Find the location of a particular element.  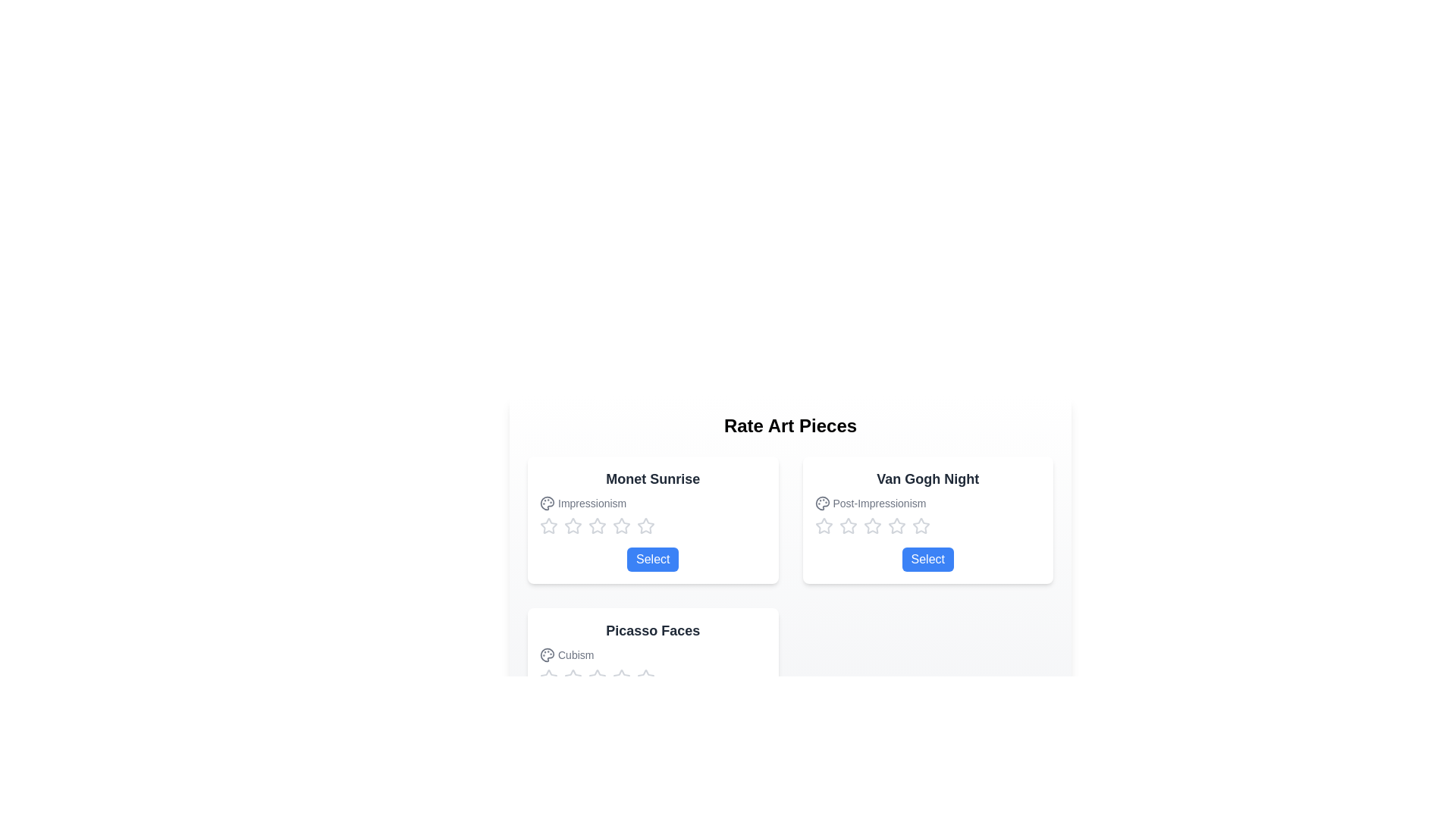

the fourth star icon in the rating system for the item 'Van Gogh Night' is located at coordinates (920, 525).